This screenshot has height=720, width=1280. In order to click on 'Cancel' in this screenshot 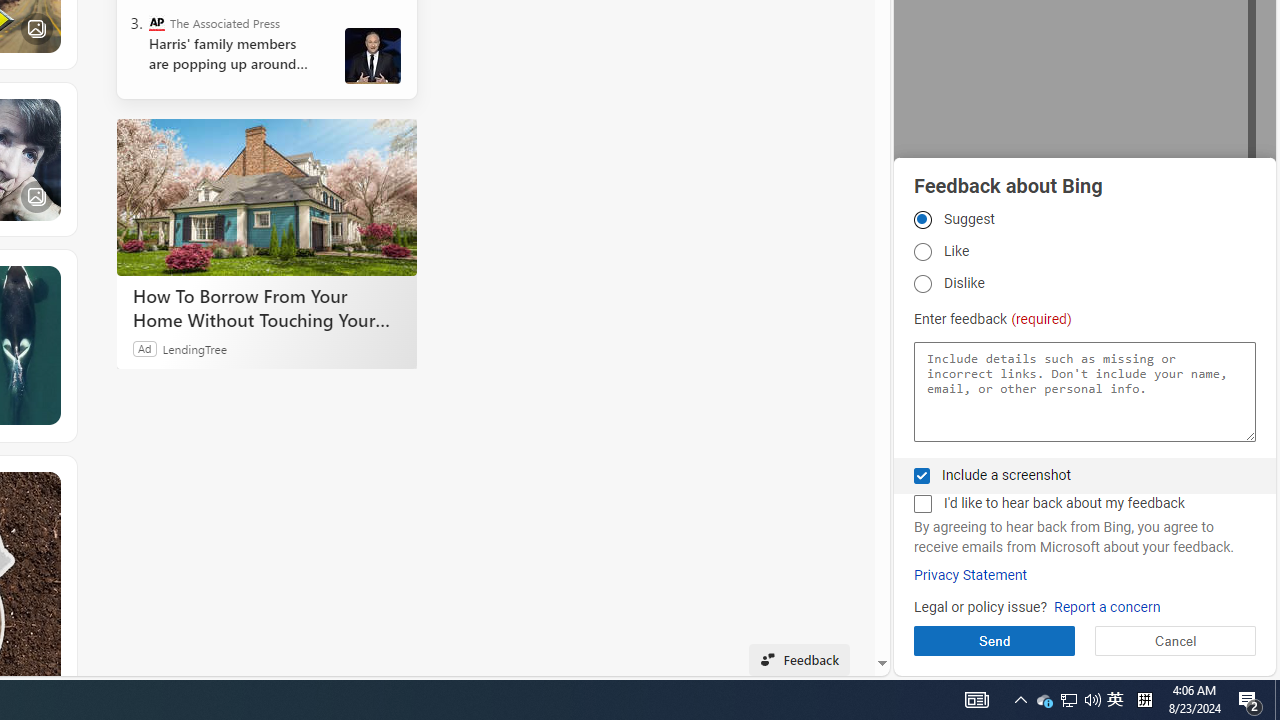, I will do `click(1175, 640)`.